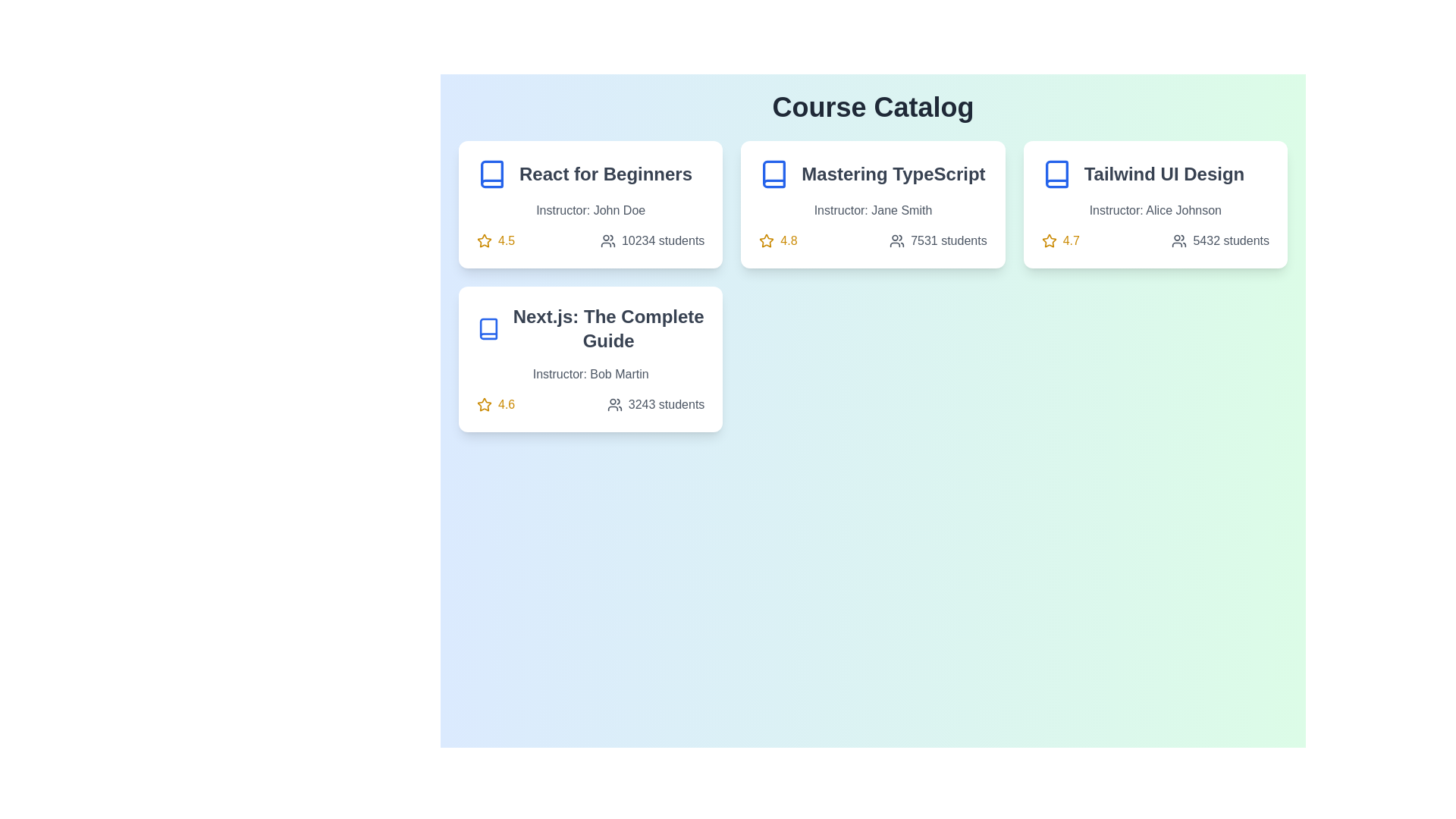 Image resolution: width=1456 pixels, height=819 pixels. I want to click on the blue book icon located at the top left corner of the 'Tailwind UI Design' card, which features a blue stroke and white fill, so click(1056, 174).